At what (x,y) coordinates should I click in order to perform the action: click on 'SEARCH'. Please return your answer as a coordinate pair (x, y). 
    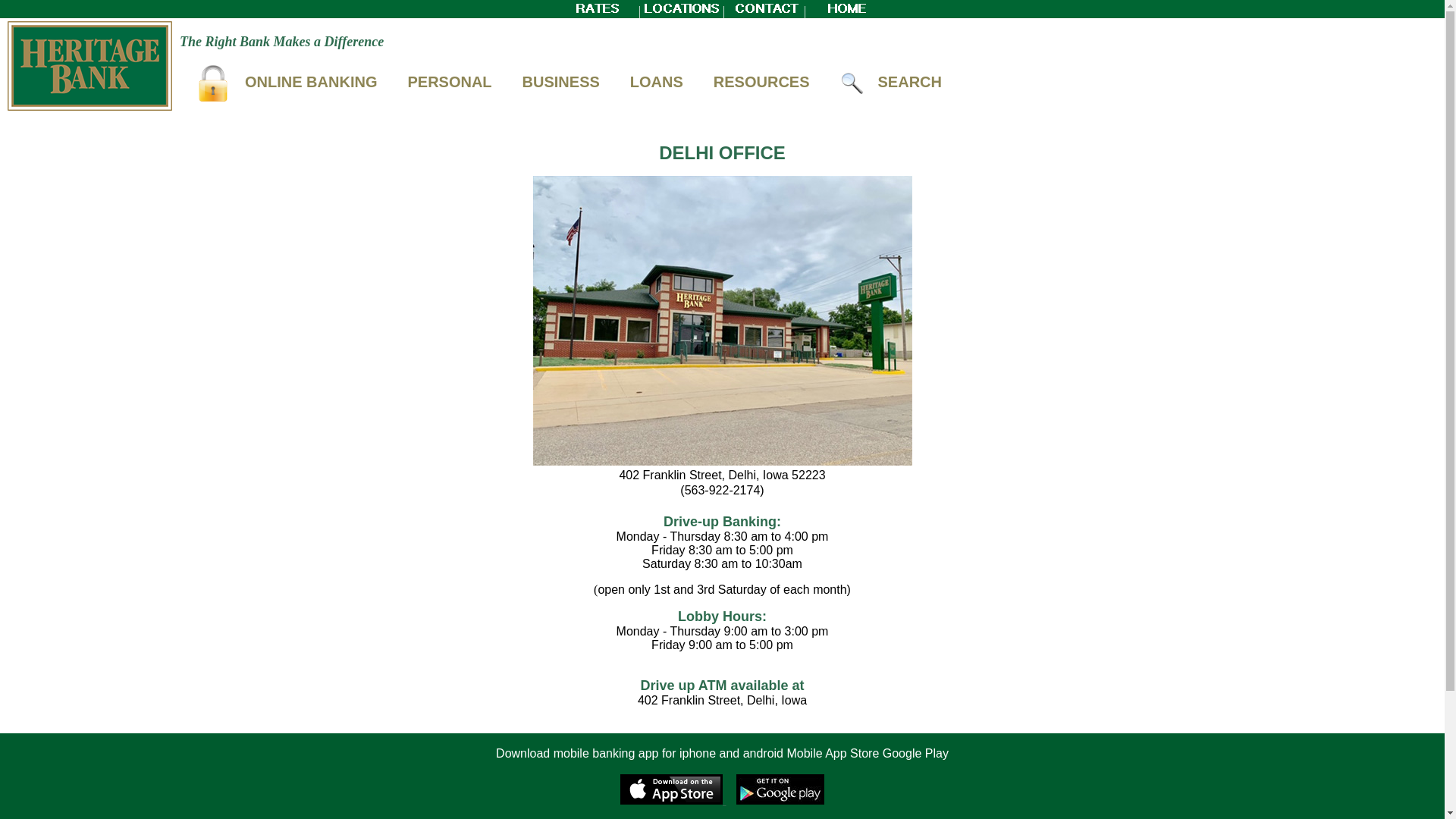
    Looking at the image, I should click on (824, 82).